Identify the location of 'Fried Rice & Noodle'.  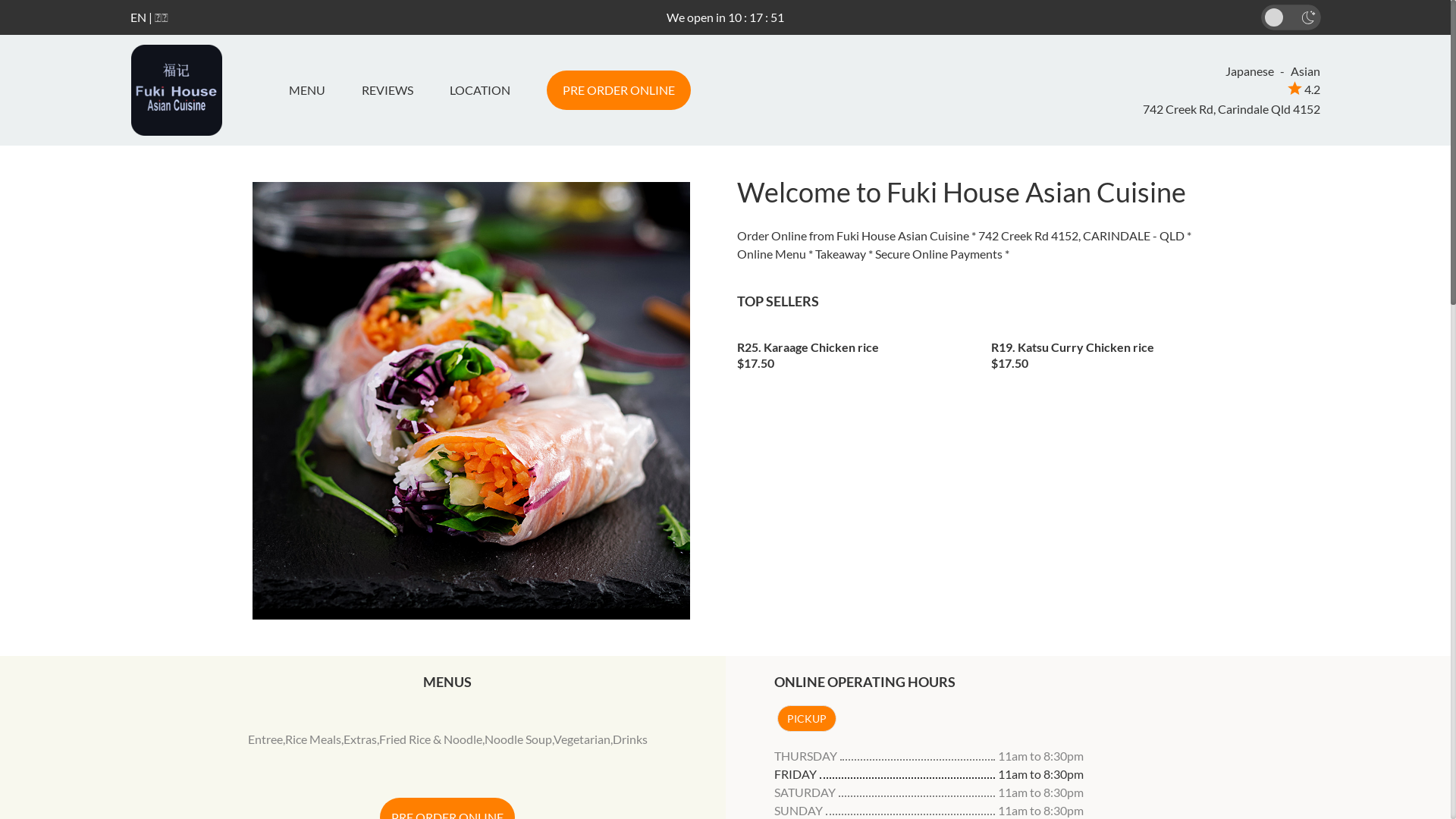
(429, 738).